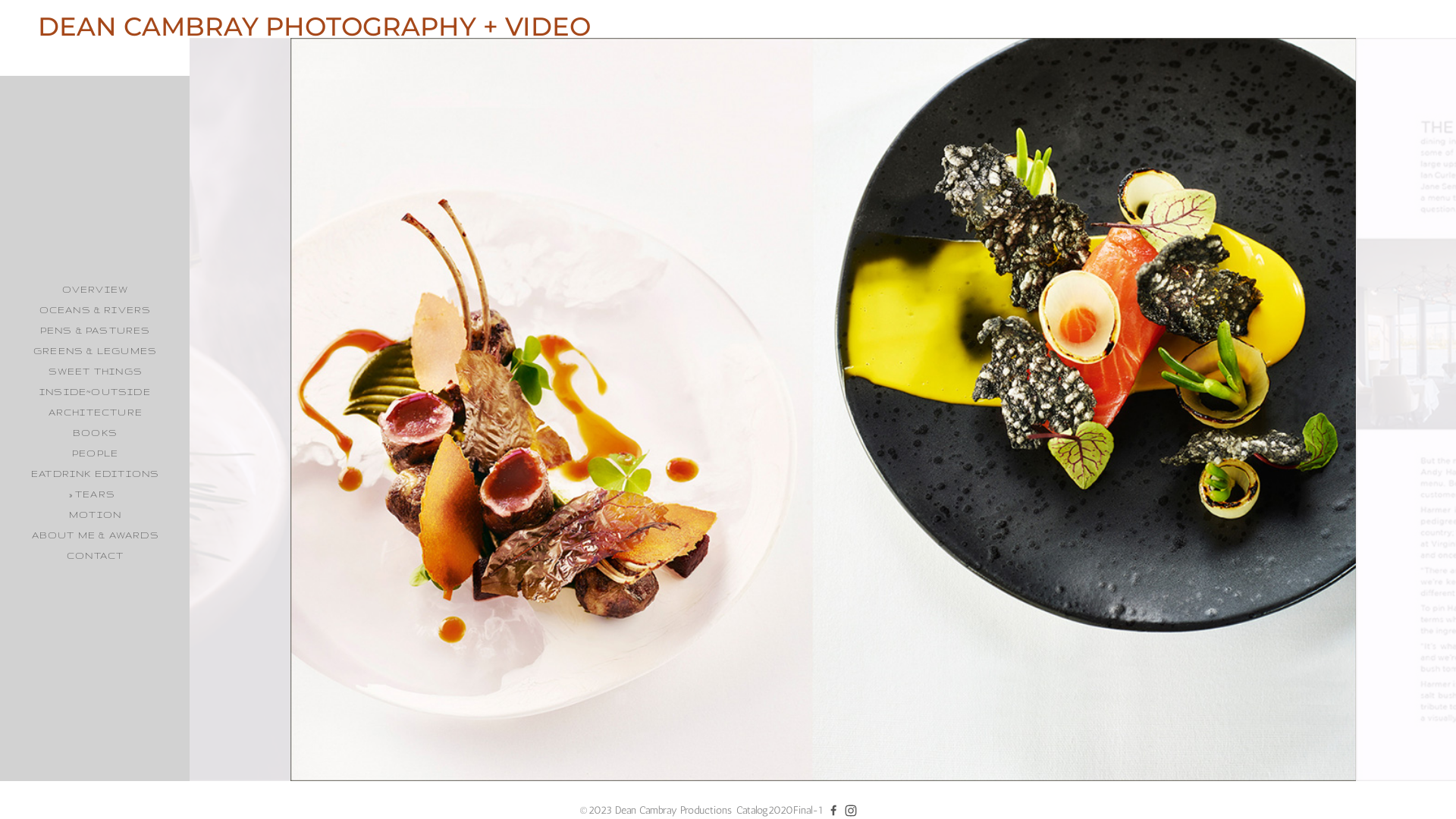  Describe the element at coordinates (39, 391) in the screenshot. I see `'INSIDE~OUTSIDE'` at that location.